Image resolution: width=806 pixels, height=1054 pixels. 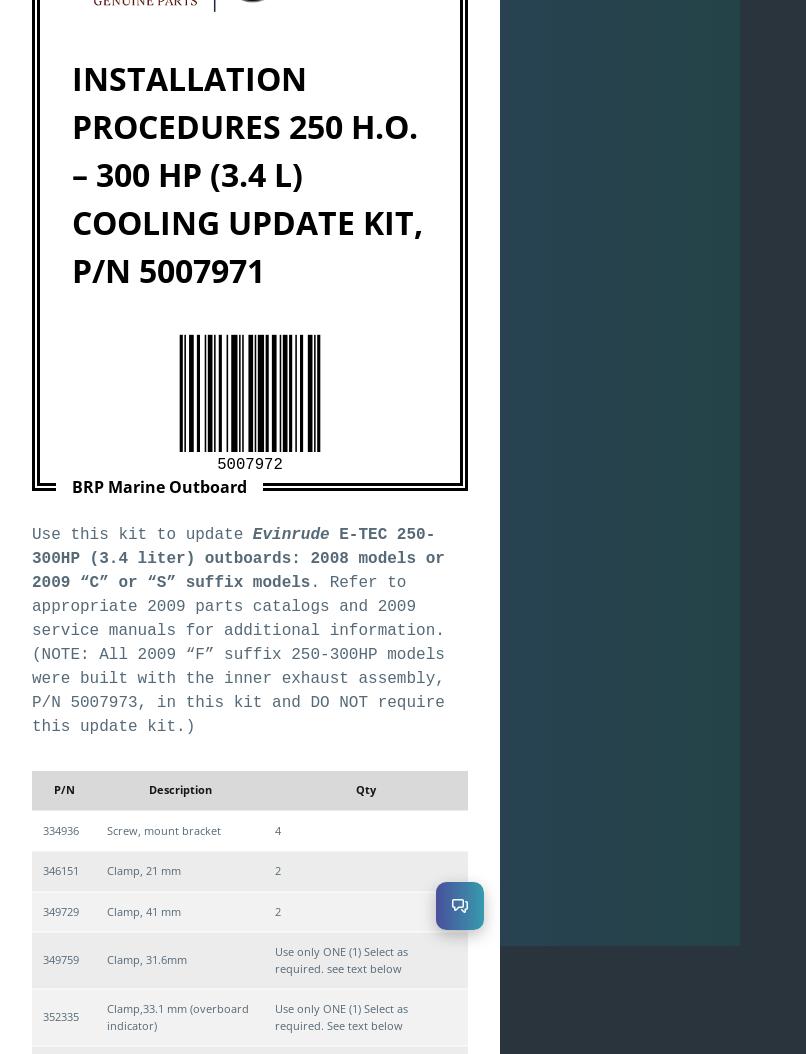 What do you see at coordinates (365, 789) in the screenshot?
I see `'Qty'` at bounding box center [365, 789].